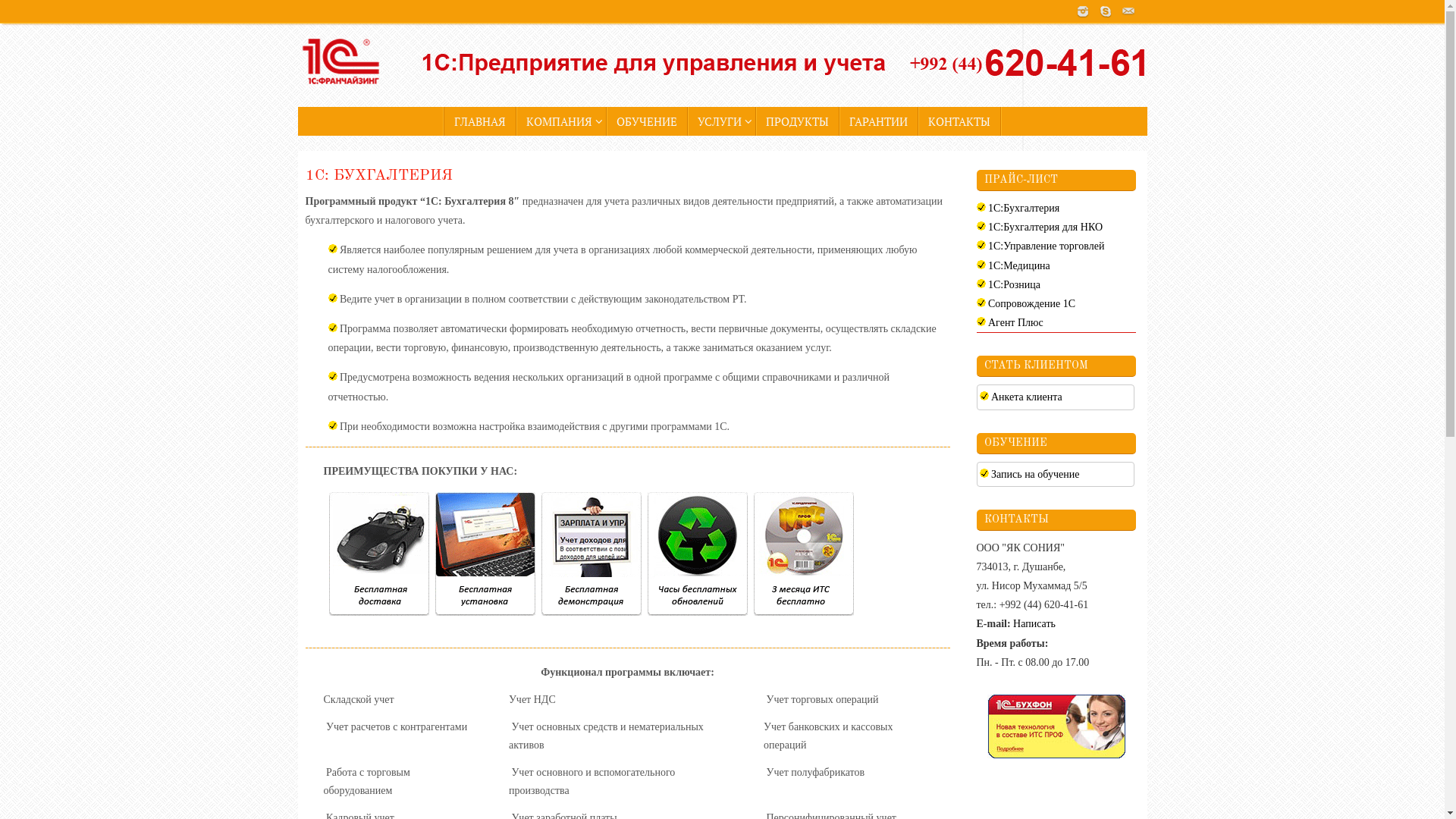 The height and width of the screenshot is (819, 1456). Describe the element at coordinates (1116, 11) in the screenshot. I see `'Mail'` at that location.